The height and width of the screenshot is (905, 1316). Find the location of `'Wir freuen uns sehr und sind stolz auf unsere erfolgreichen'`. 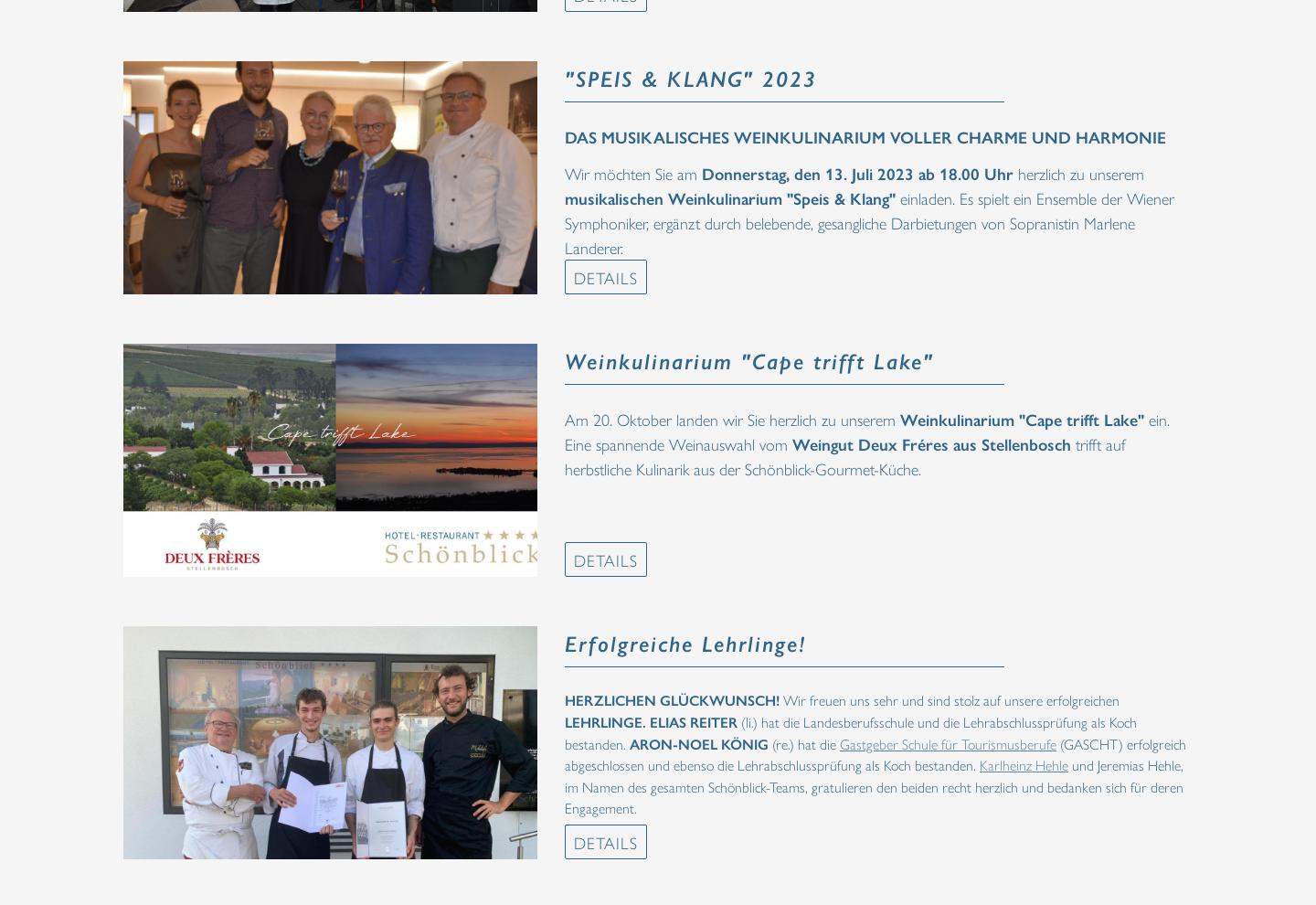

'Wir freuen uns sehr und sind stolz auf unsere erfolgreichen' is located at coordinates (949, 699).